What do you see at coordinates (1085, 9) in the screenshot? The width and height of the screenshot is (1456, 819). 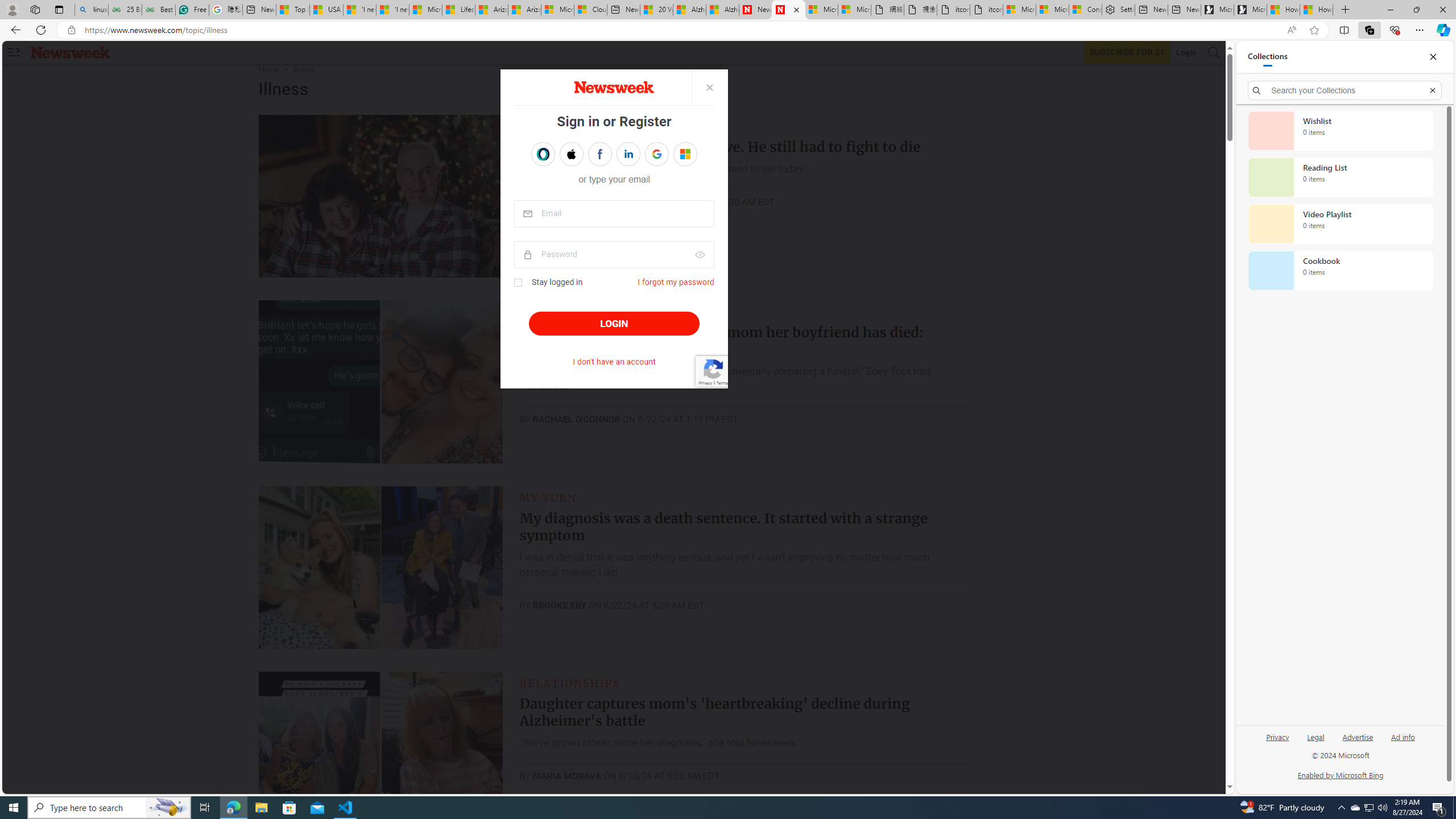 I see `'Consumer Health Data Privacy Policy'` at bounding box center [1085, 9].